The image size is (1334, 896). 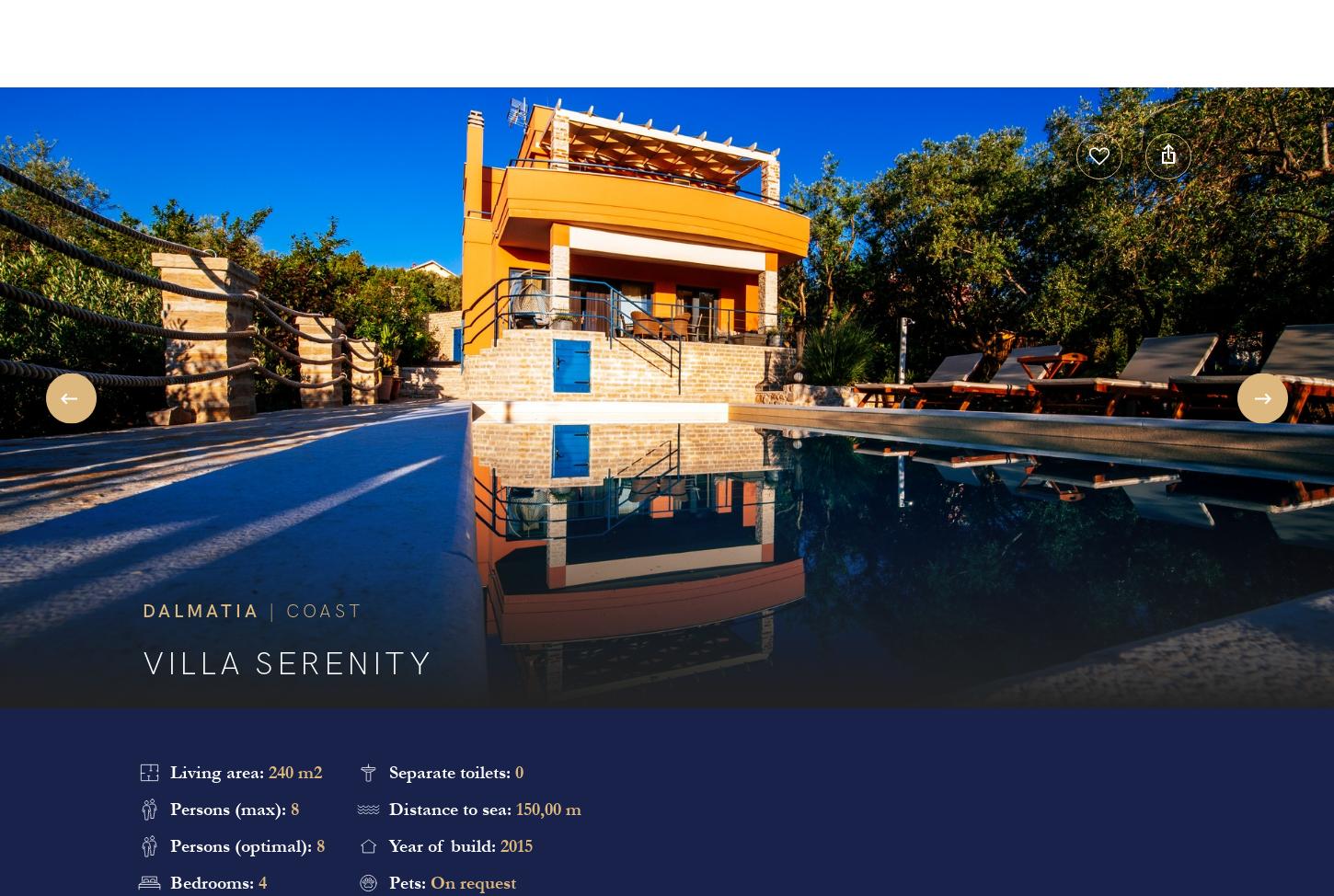 I want to click on 'About us', so click(x=672, y=45).